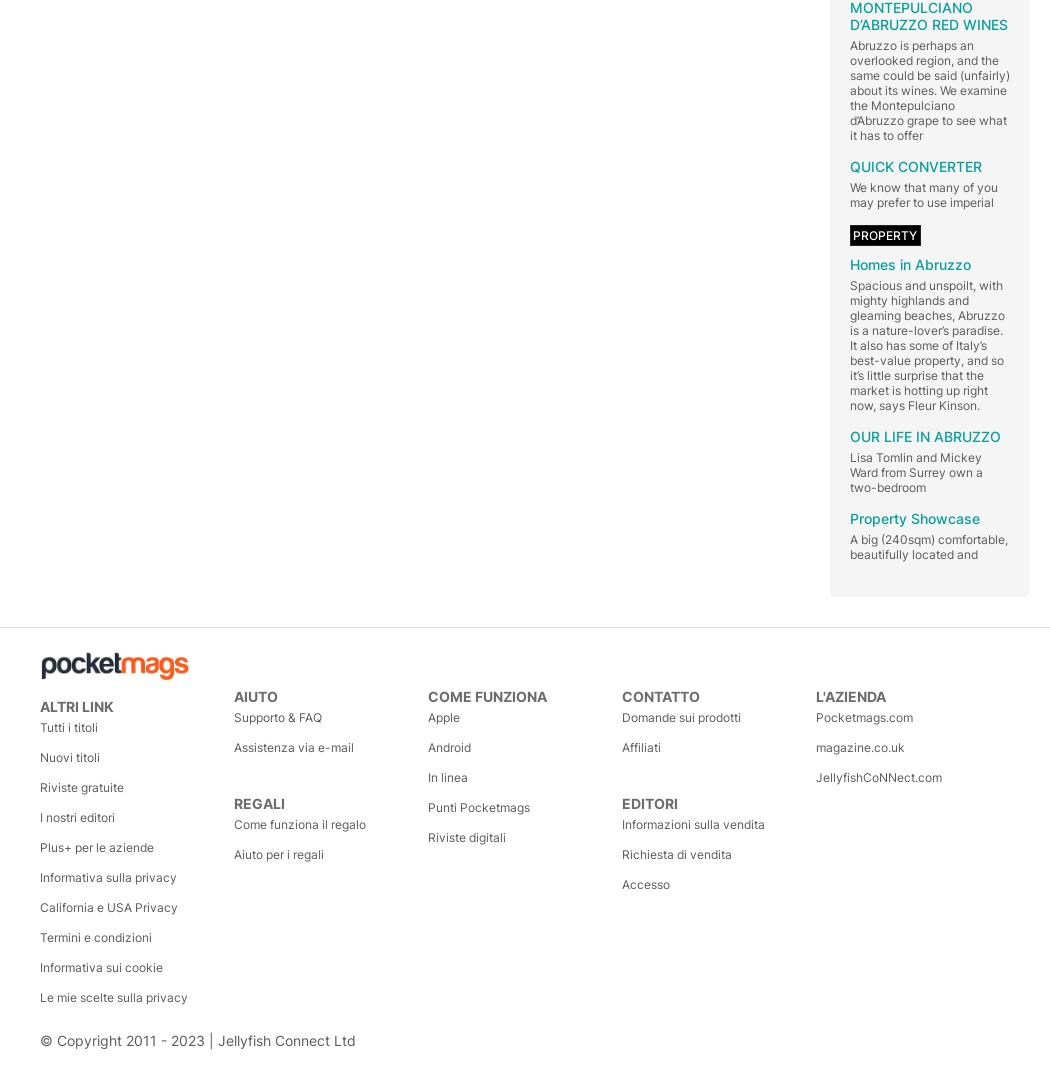  What do you see at coordinates (113, 996) in the screenshot?
I see `'Le mie scelte sulla privacy'` at bounding box center [113, 996].